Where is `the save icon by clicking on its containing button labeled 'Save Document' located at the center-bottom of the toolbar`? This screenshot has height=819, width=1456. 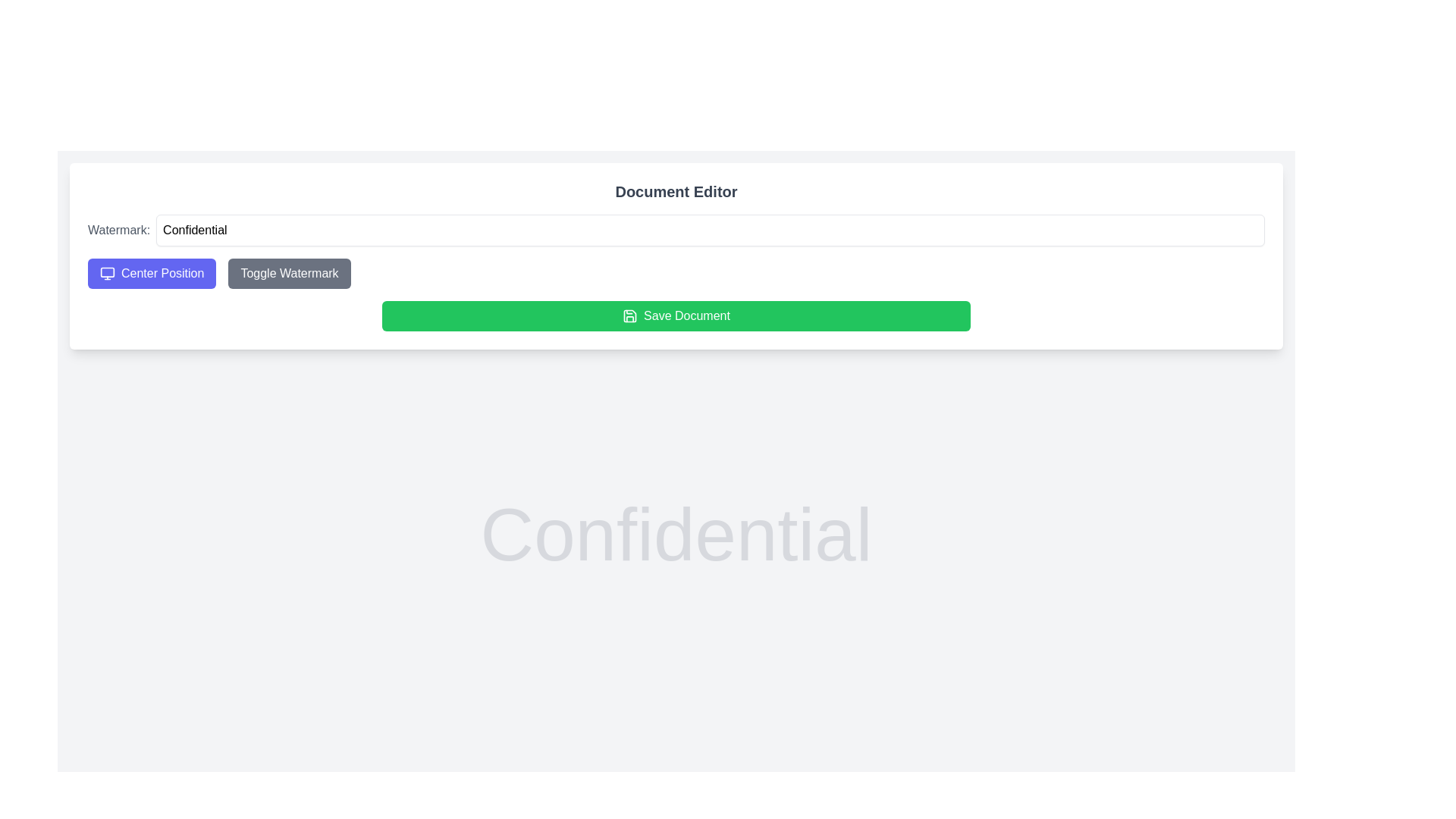 the save icon by clicking on its containing button labeled 'Save Document' located at the center-bottom of the toolbar is located at coordinates (630, 315).